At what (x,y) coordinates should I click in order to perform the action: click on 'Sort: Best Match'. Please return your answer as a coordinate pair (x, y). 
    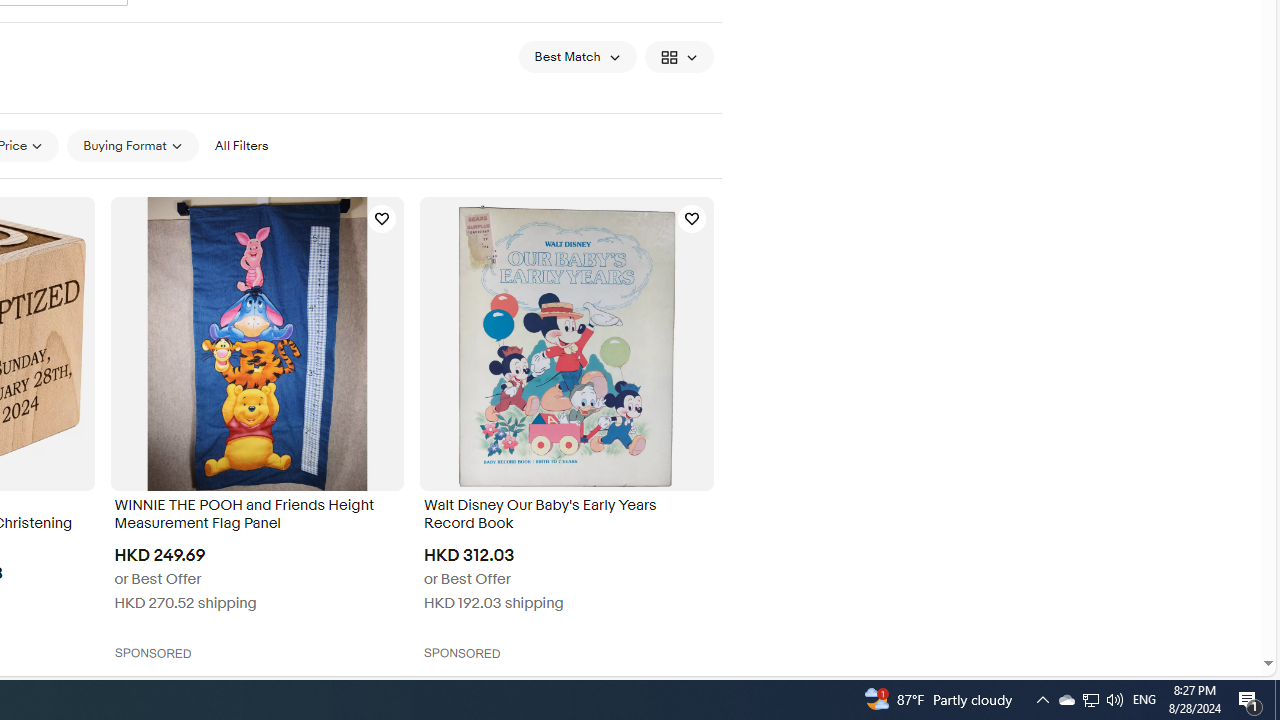
    Looking at the image, I should click on (576, 55).